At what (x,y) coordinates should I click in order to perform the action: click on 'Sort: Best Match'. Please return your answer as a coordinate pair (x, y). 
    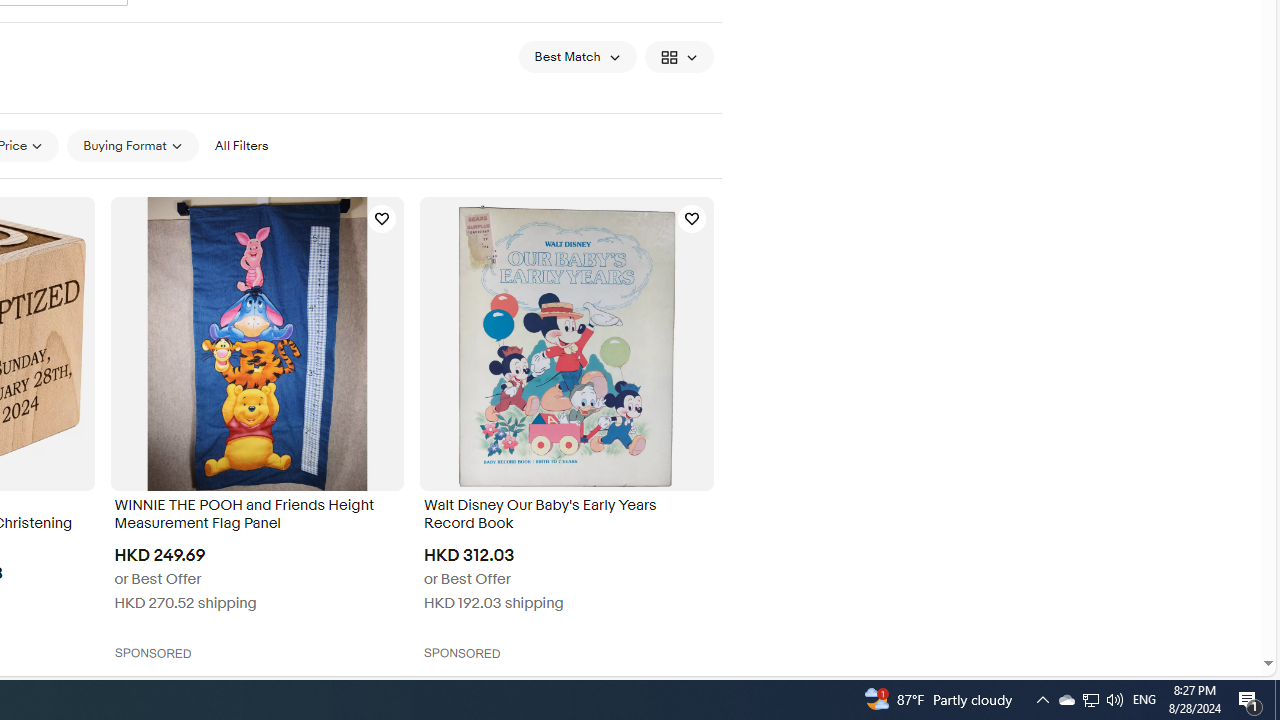
    Looking at the image, I should click on (576, 55).